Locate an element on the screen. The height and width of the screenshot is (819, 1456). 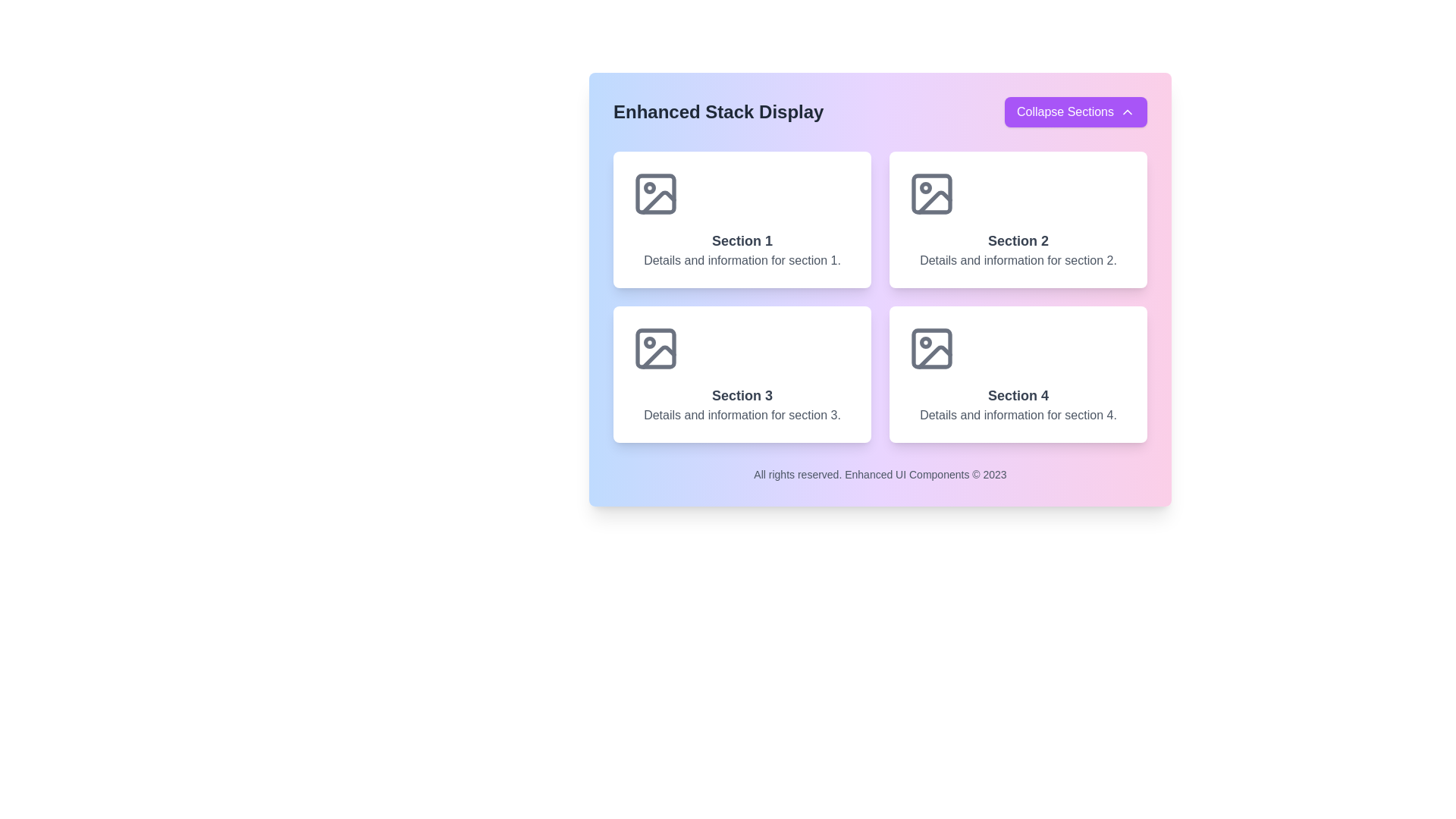
the Image placeholder icon located in the upper-left section of Section 1 is located at coordinates (655, 193).